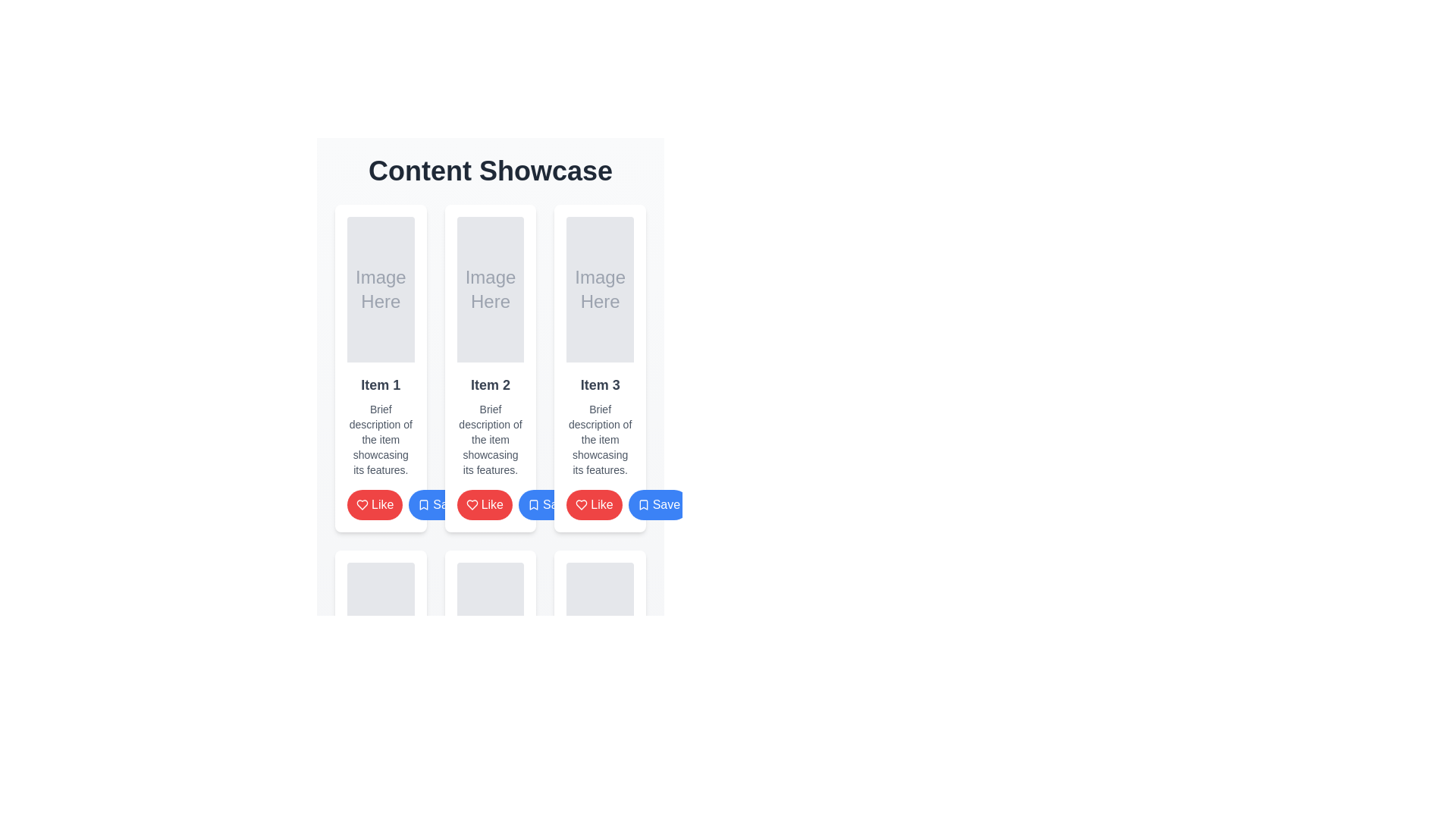  Describe the element at coordinates (599, 439) in the screenshot. I see `the text descriptor located below the title 'Item 3' in the third card of the collection, which provides a concise overview of its features` at that location.